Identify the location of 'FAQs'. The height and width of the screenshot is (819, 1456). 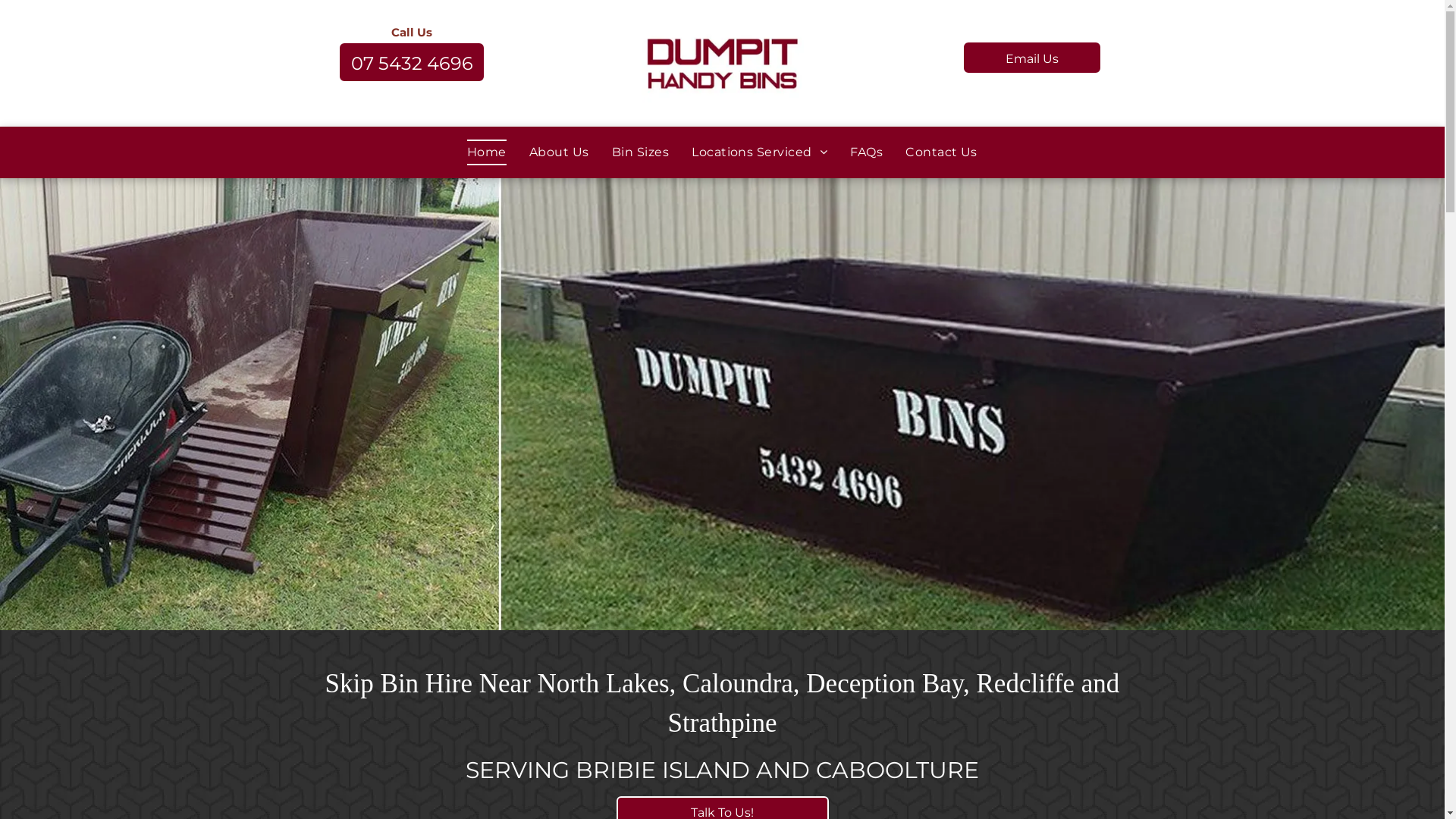
(866, 152).